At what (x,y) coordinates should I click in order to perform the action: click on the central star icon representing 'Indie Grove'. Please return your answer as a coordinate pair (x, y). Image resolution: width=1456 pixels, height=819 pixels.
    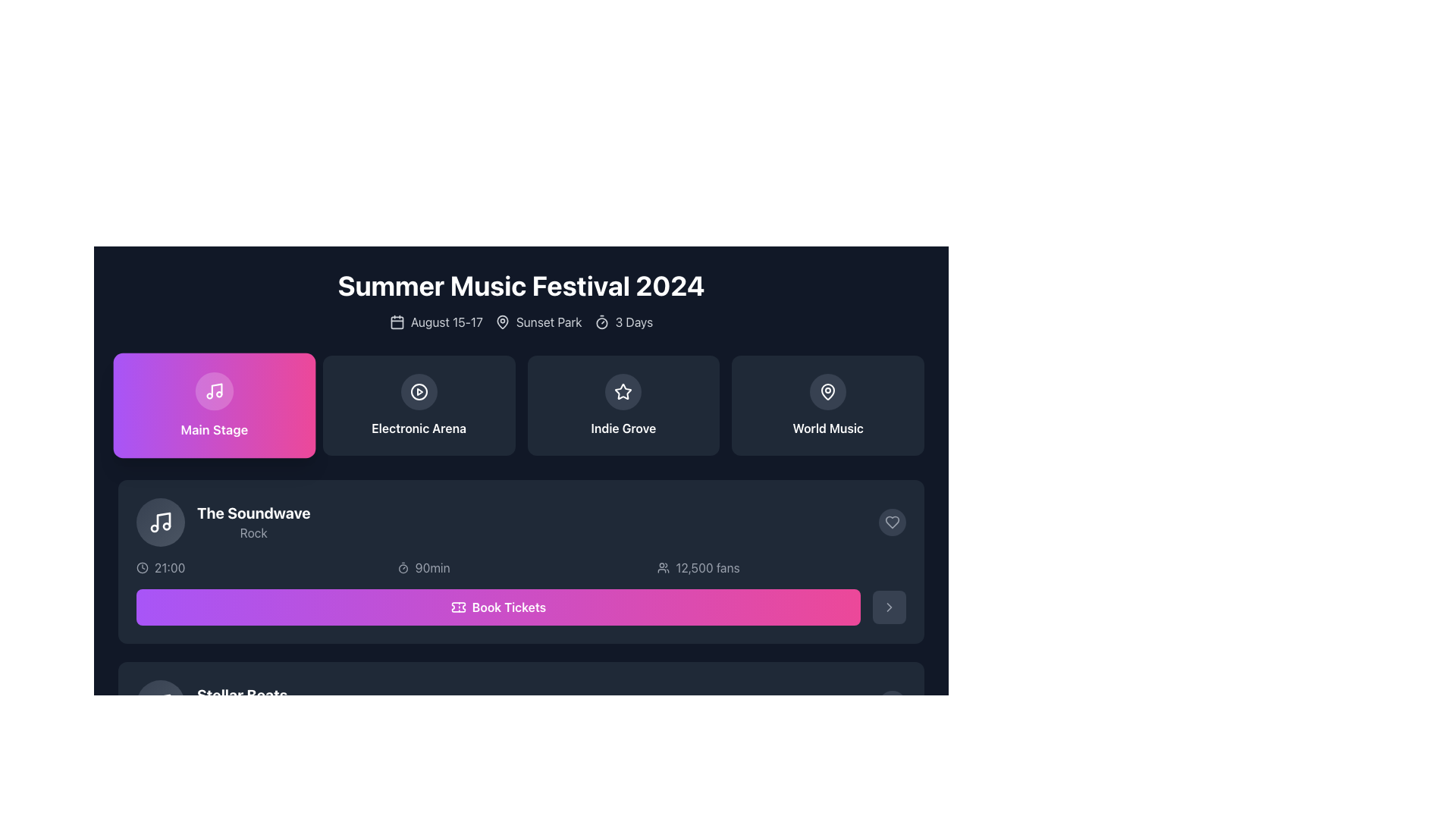
    Looking at the image, I should click on (623, 391).